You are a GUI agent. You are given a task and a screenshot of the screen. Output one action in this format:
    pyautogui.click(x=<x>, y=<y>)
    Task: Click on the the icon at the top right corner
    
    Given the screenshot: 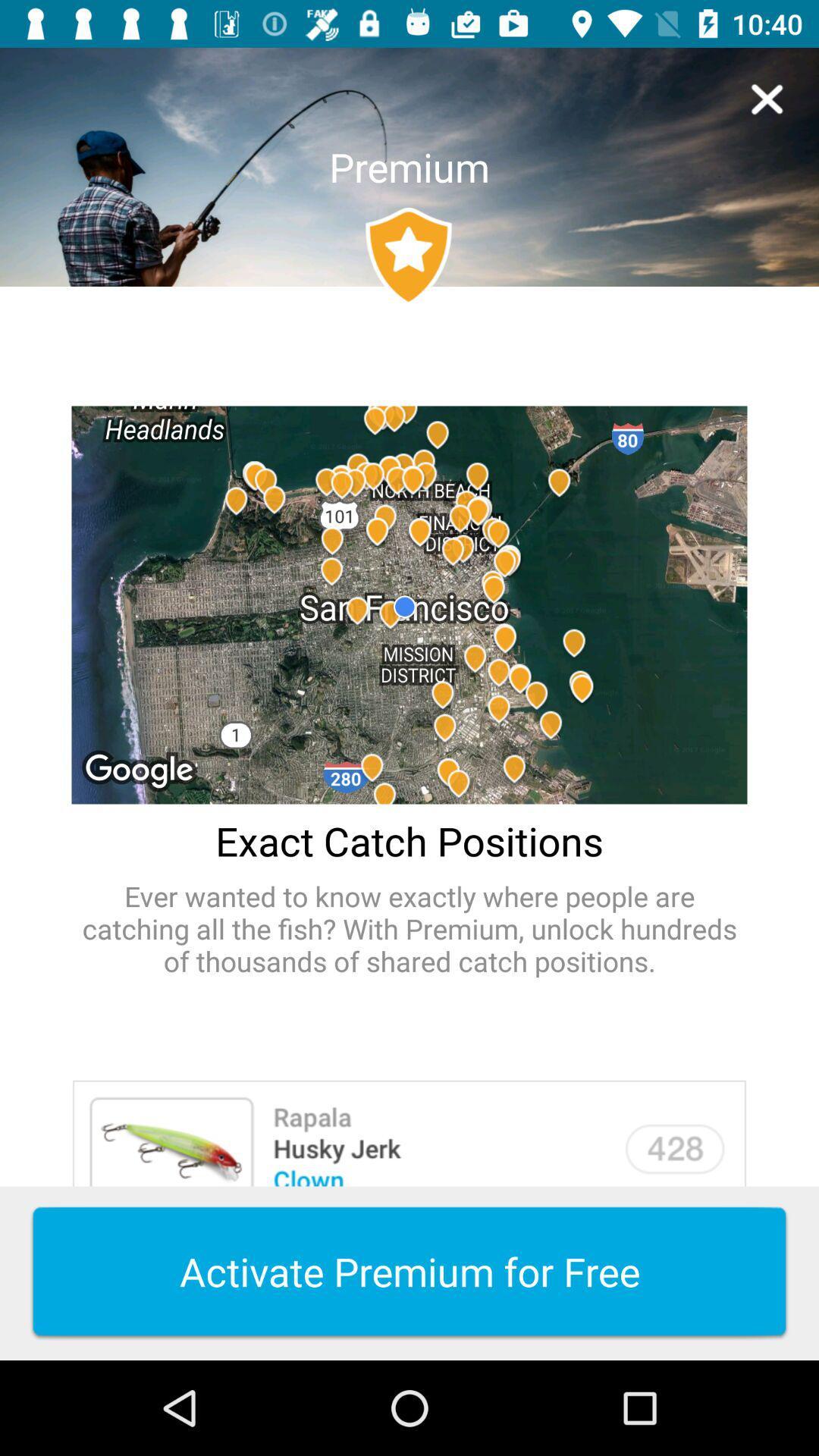 What is the action you would take?
    pyautogui.click(x=767, y=99)
    